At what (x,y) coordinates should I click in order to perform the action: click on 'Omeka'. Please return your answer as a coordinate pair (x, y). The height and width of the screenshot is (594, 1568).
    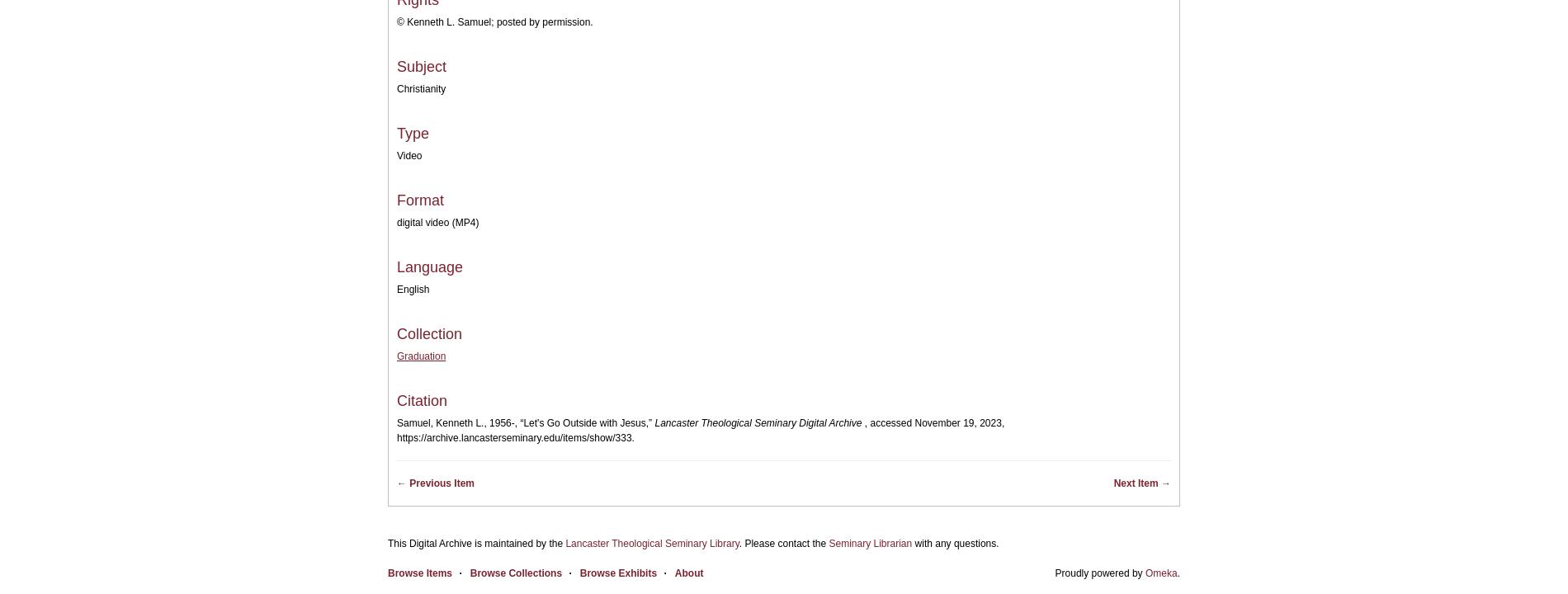
    Looking at the image, I should click on (1159, 573).